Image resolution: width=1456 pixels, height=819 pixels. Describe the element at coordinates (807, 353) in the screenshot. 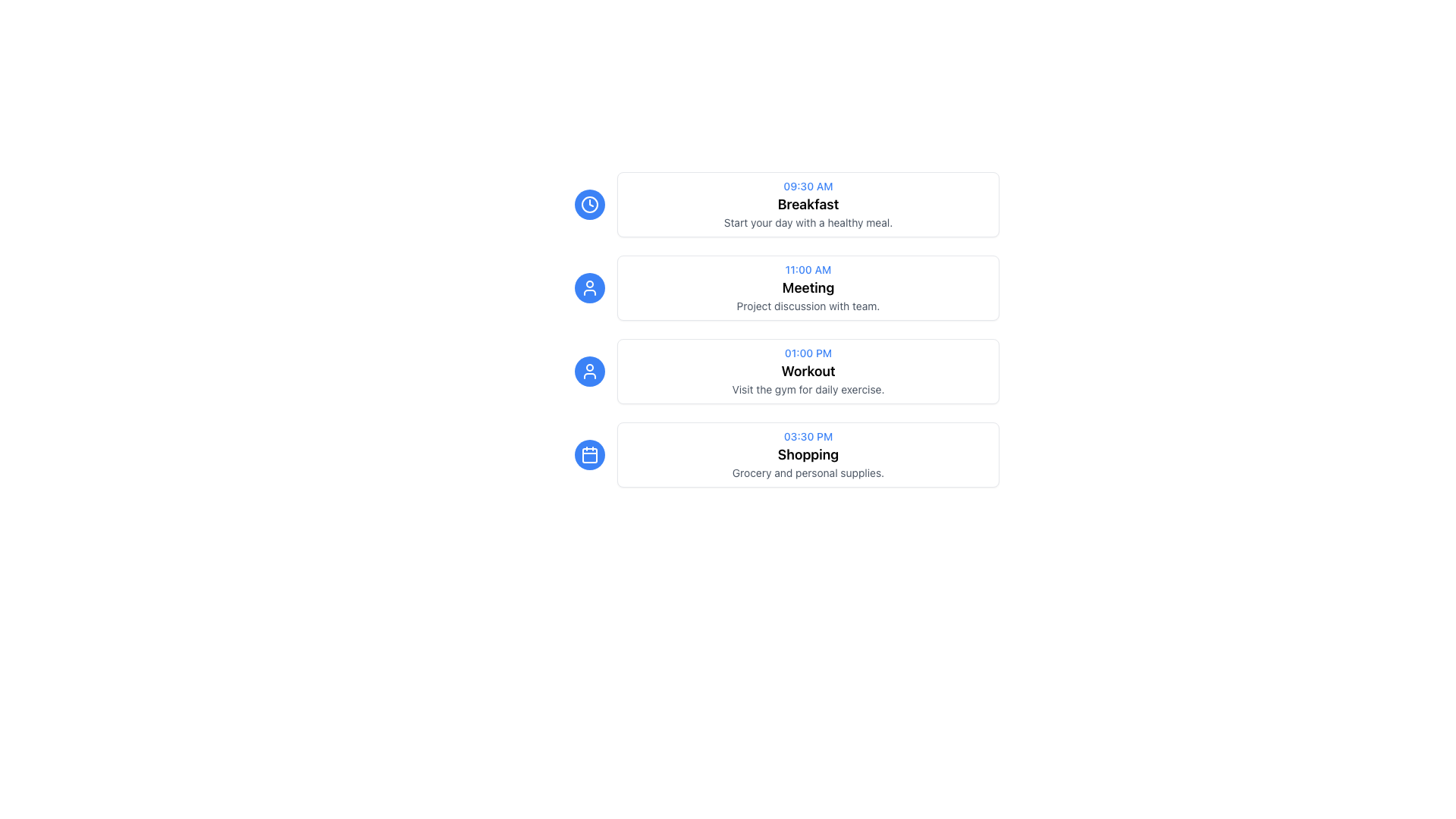

I see `the text element displaying '01:00 PM' in blue font, which is positioned at the top of the 'Workout' card` at that location.